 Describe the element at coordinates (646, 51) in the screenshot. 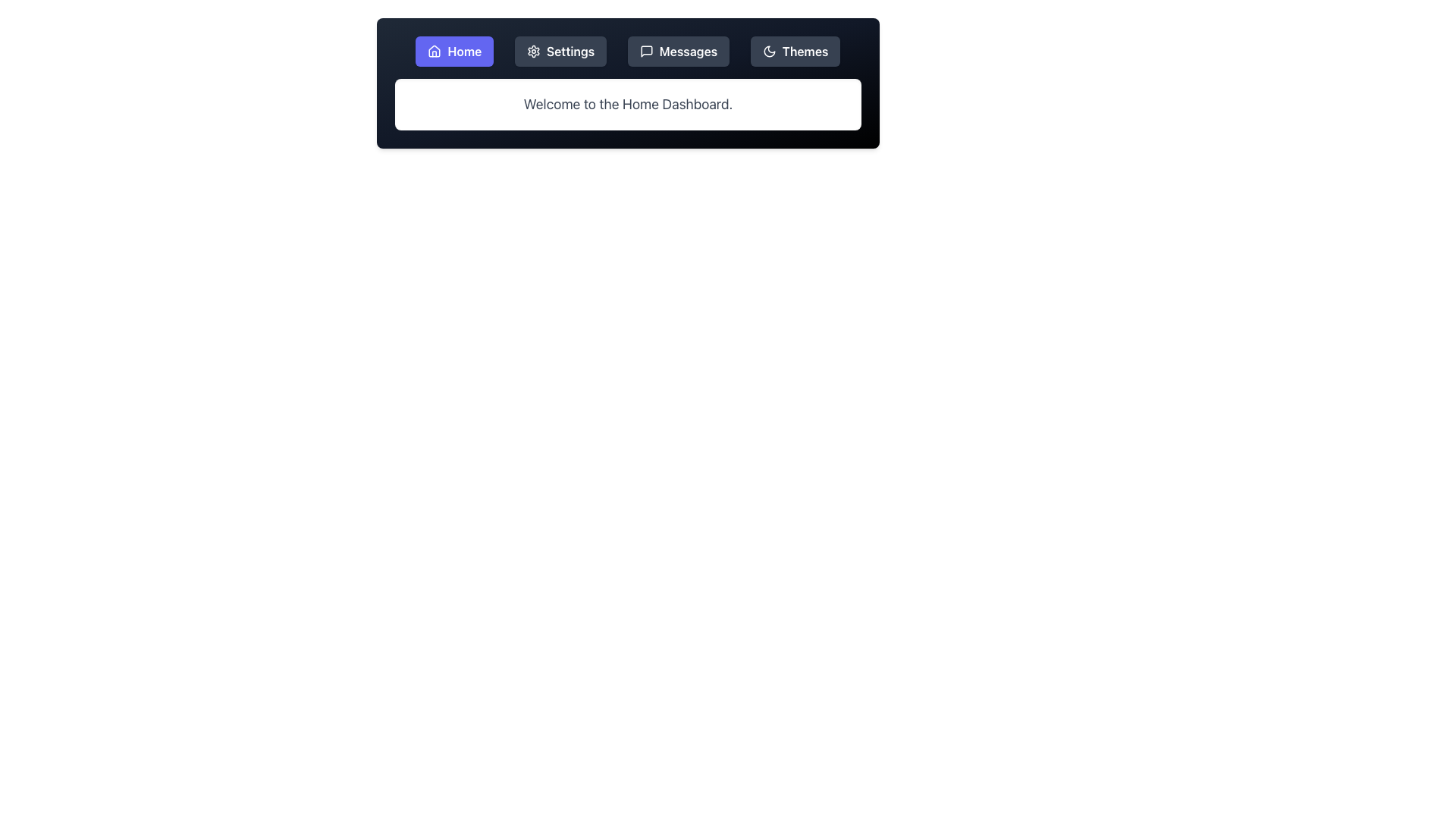

I see `the Messages icon in the navigation bar` at that location.